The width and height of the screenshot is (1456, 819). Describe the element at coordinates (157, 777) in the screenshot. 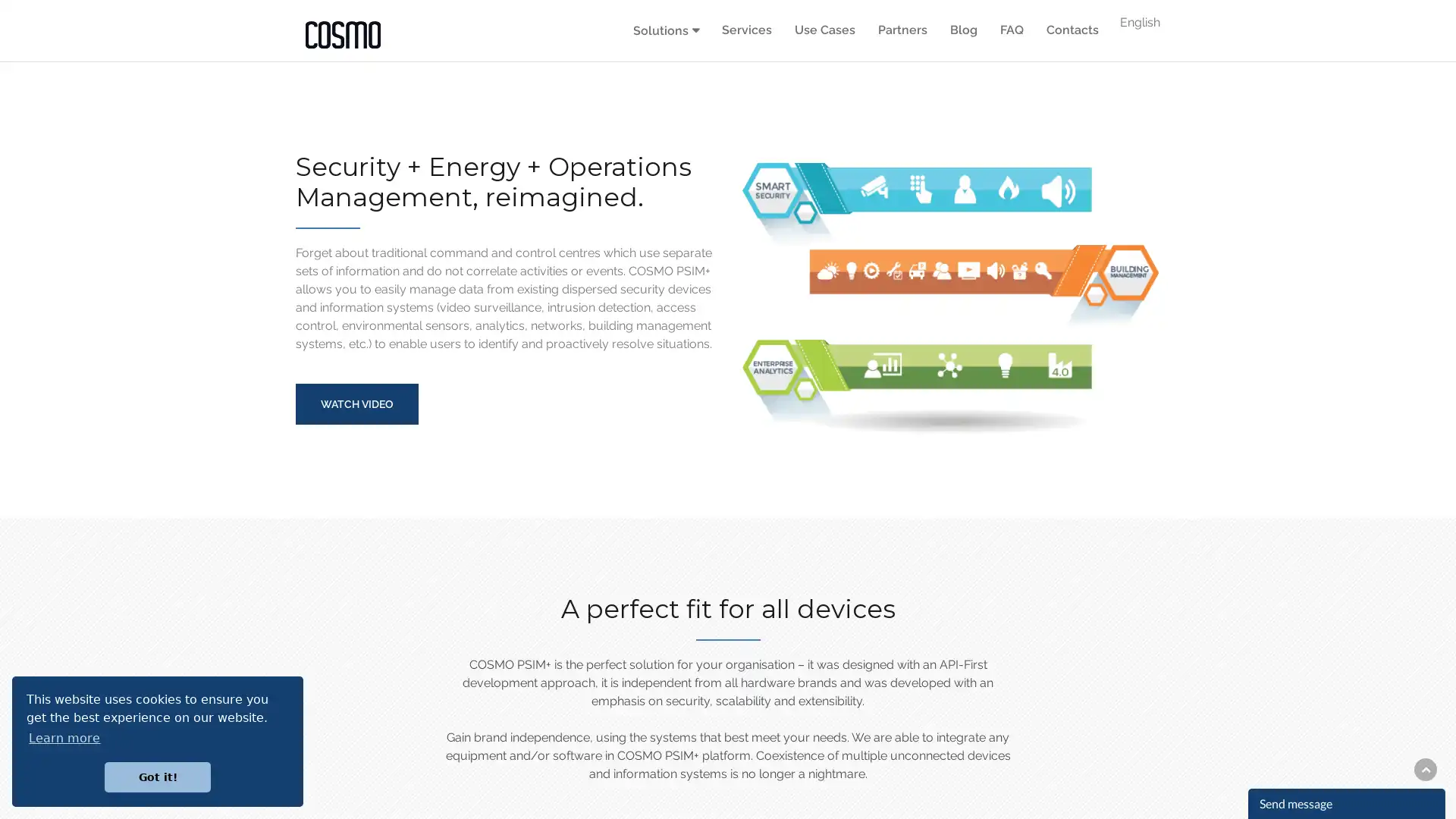

I see `dismiss cookie message` at that location.